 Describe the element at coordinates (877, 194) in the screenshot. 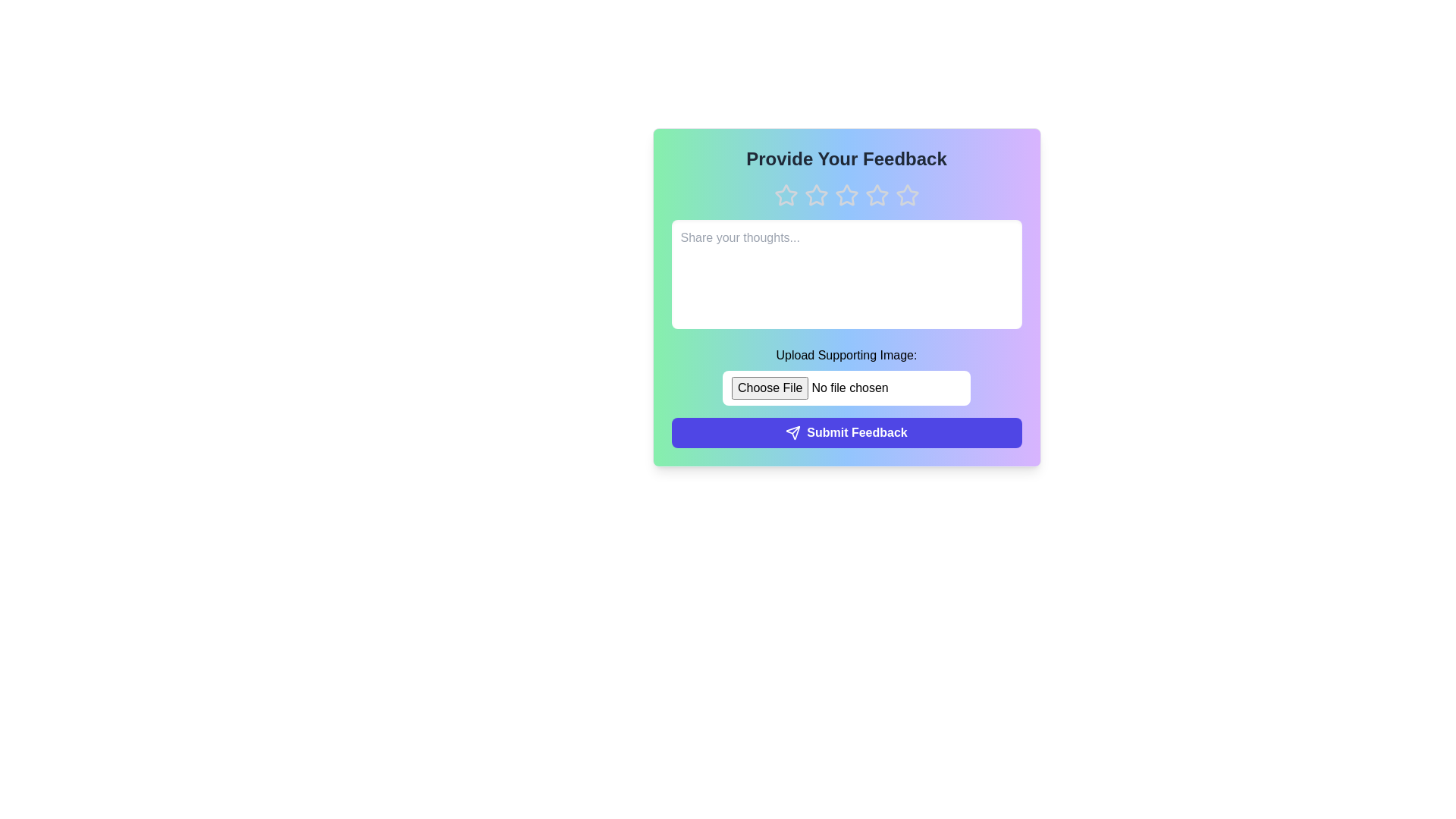

I see `the third star icon in the row of five stars for accessibility interactions` at that location.